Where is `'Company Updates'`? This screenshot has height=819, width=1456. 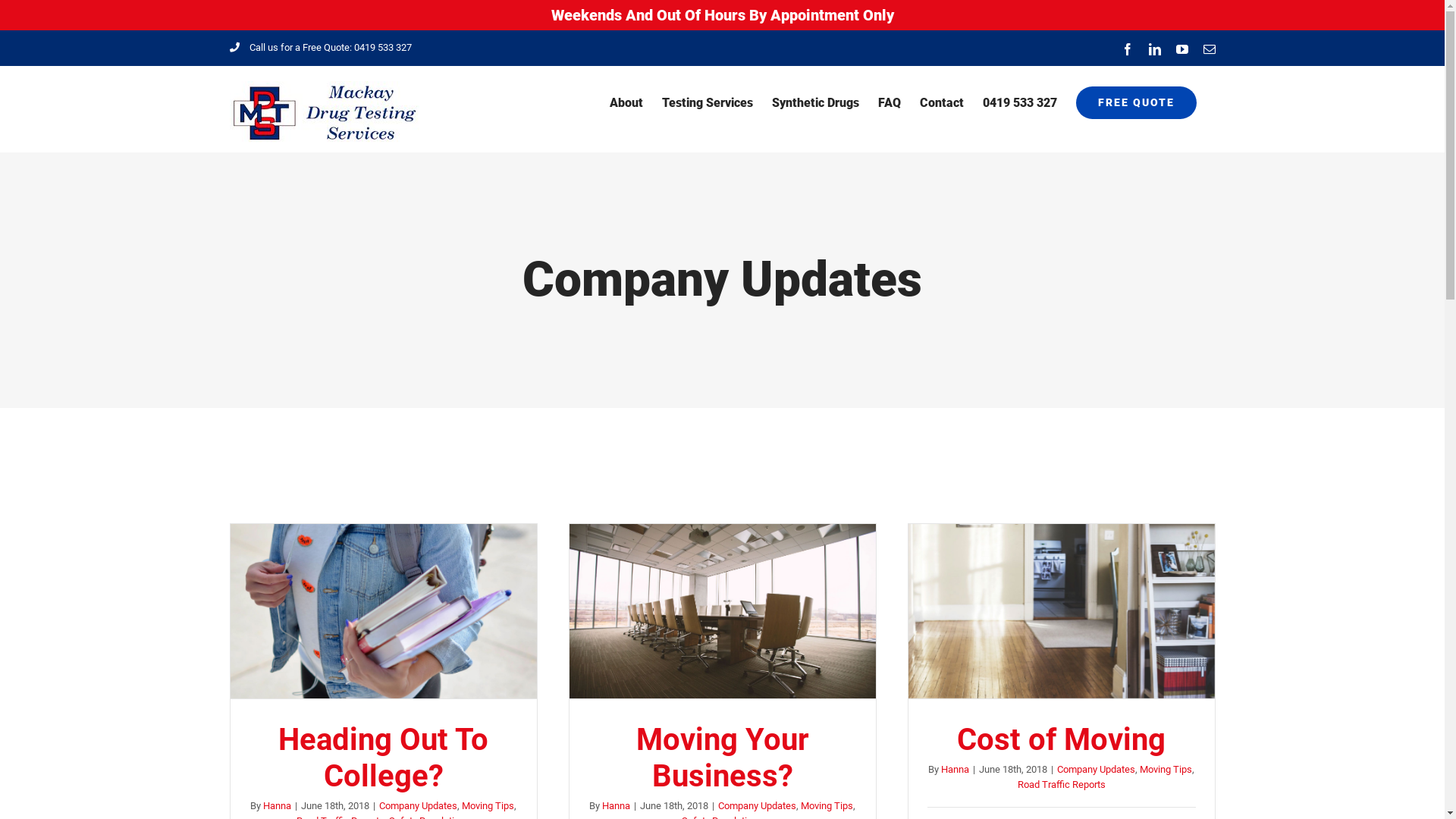 'Company Updates' is located at coordinates (418, 805).